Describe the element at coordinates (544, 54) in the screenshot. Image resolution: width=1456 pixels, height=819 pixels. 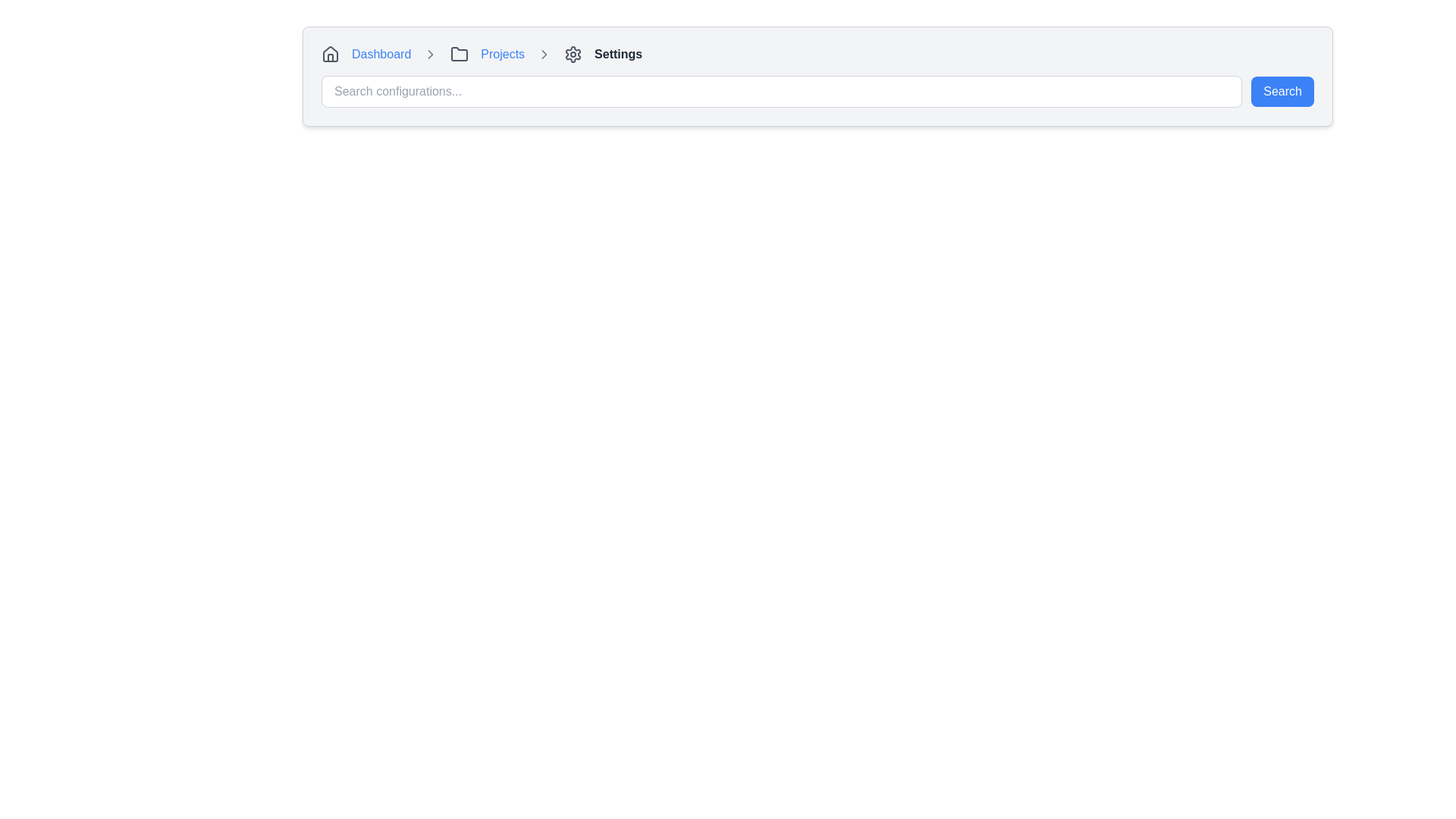
I see `the visual separator icon in the breadcrumb navigation, which indicates hierarchy between the 'Projects' and 'Settings' links` at that location.